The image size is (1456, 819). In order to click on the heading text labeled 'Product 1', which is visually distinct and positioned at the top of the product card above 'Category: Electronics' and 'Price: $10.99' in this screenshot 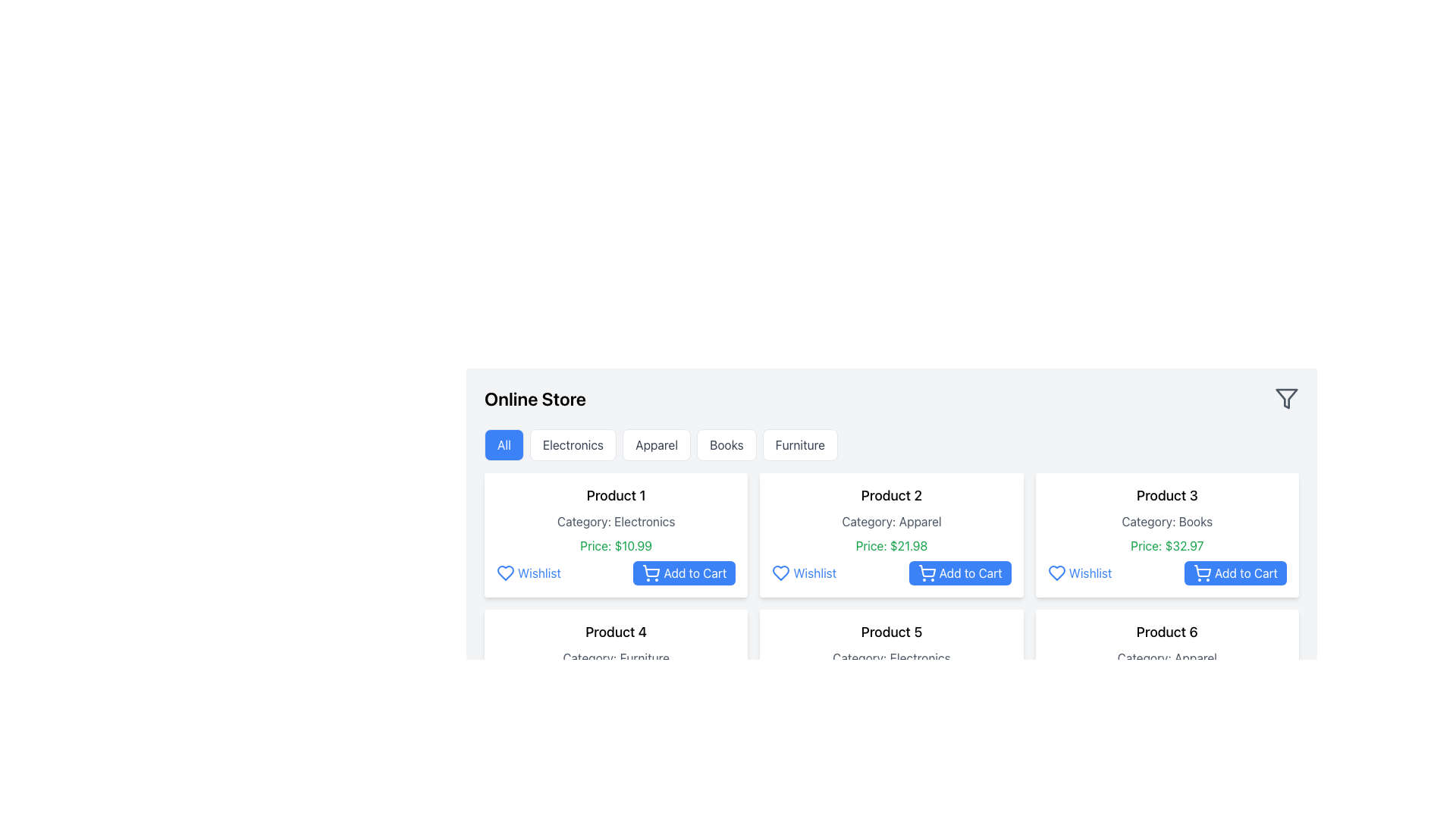, I will do `click(616, 496)`.